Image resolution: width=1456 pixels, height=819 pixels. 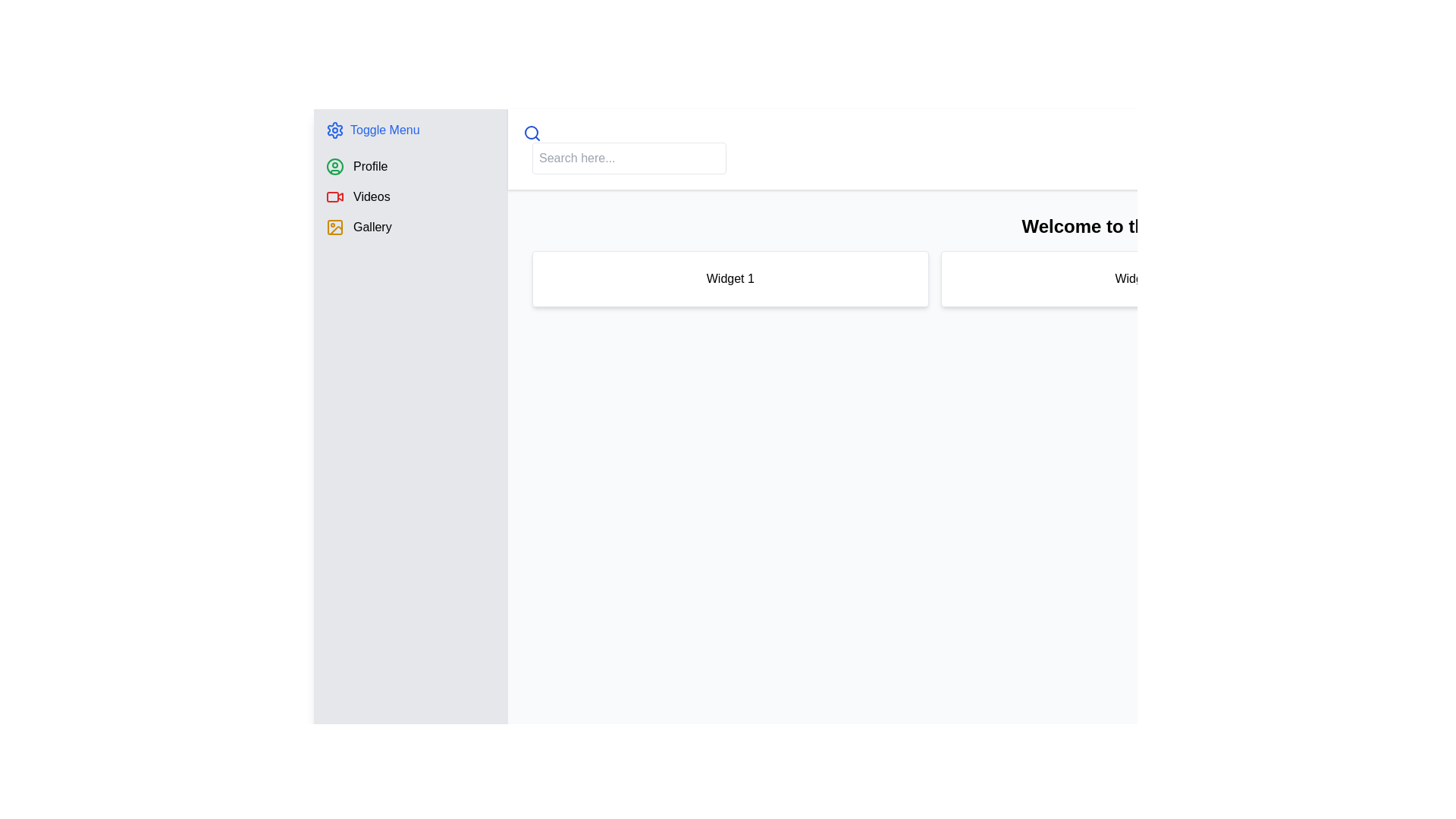 I want to click on the image gallery icon located in the sidebar menu, which is positioned next to the 'Gallery' label as part of the third item in a vertical list, so click(x=334, y=227).